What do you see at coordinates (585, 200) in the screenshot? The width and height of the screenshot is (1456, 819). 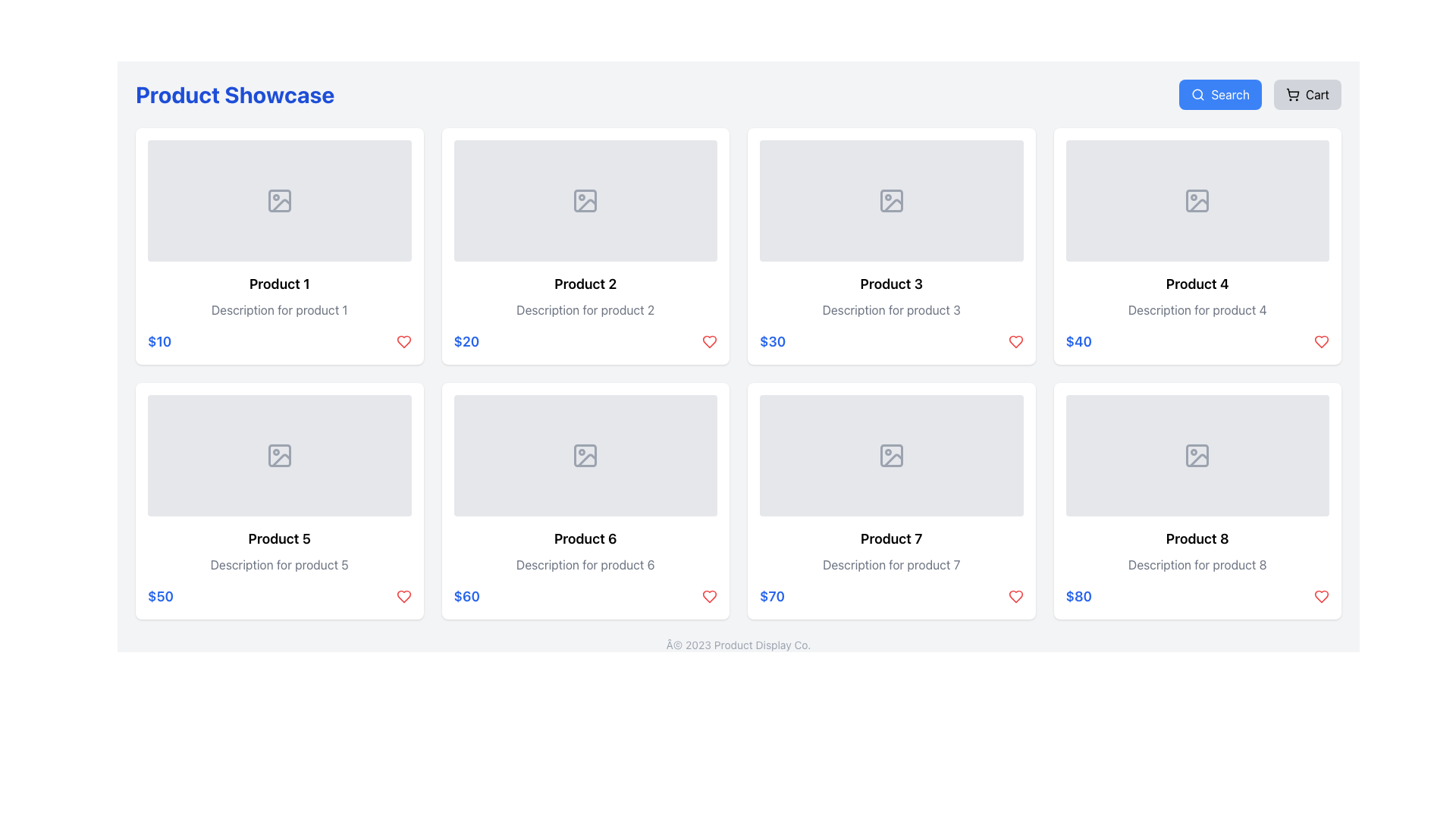 I see `the icon depicting a mountain and sun, which is centered in the light gray rectangular card labeled 'Product 2' in the product showcase interface` at bounding box center [585, 200].